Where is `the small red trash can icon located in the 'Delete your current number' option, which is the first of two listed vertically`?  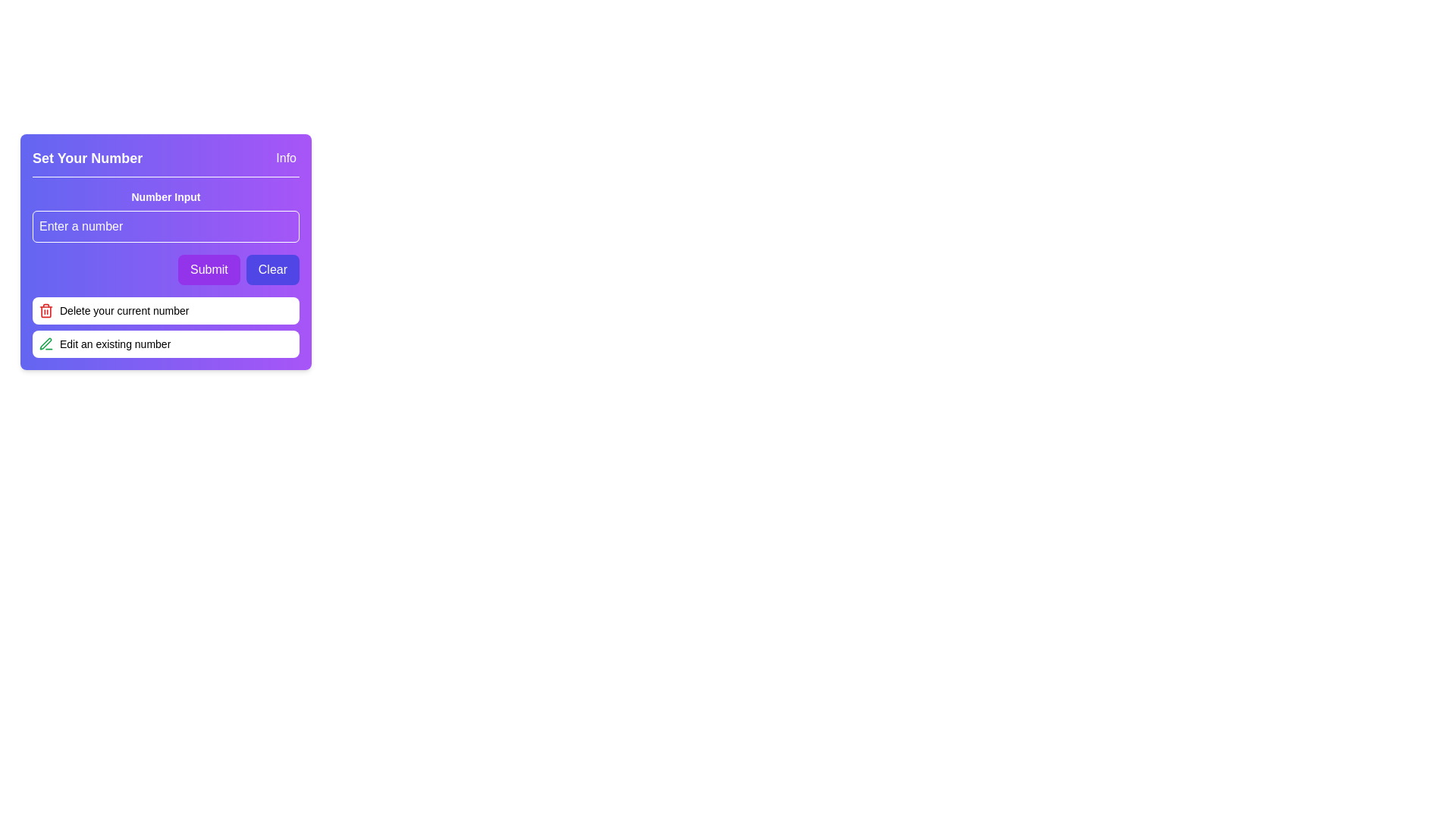 the small red trash can icon located in the 'Delete your current number' option, which is the first of two listed vertically is located at coordinates (46, 309).